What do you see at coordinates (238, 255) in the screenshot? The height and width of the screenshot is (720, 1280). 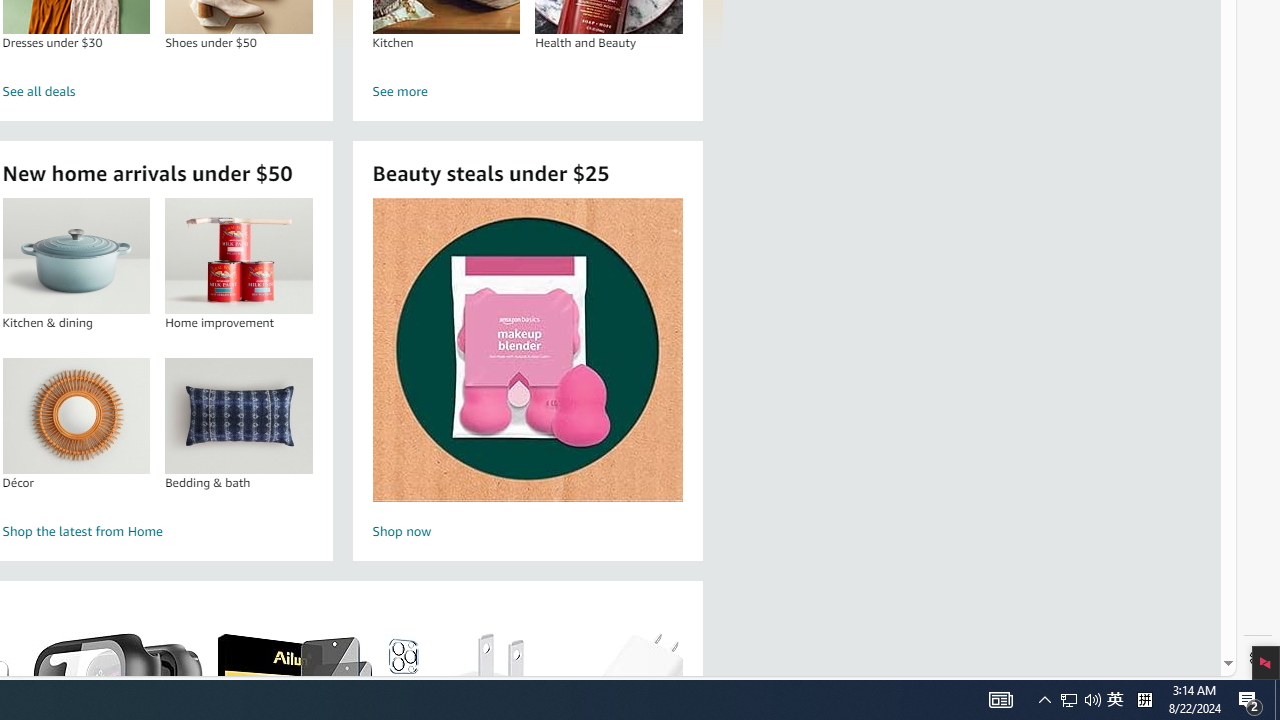 I see `'Home improvement'` at bounding box center [238, 255].